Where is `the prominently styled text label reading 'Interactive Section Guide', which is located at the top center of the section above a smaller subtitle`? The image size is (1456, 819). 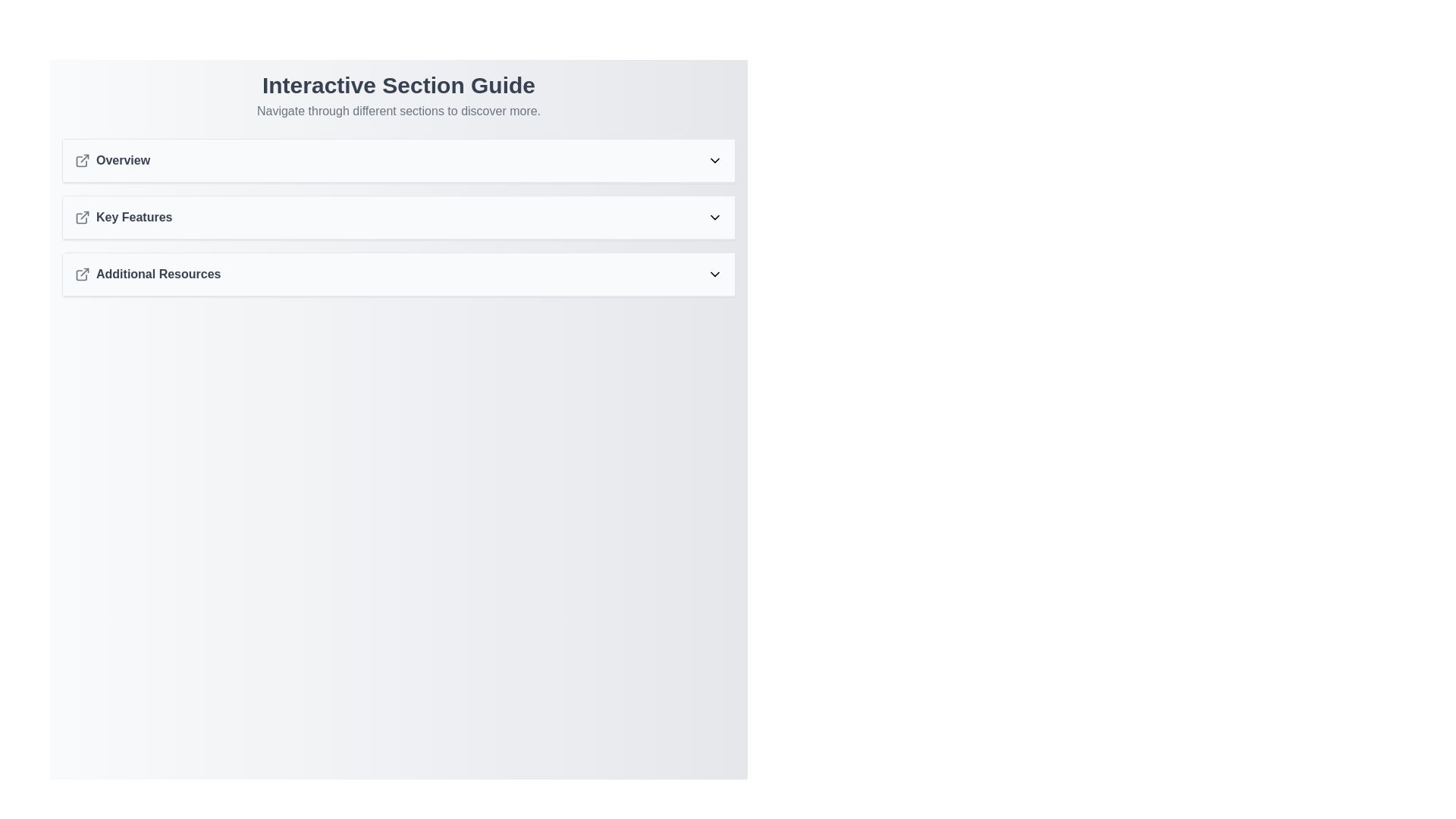 the prominently styled text label reading 'Interactive Section Guide', which is located at the top center of the section above a smaller subtitle is located at coordinates (399, 85).